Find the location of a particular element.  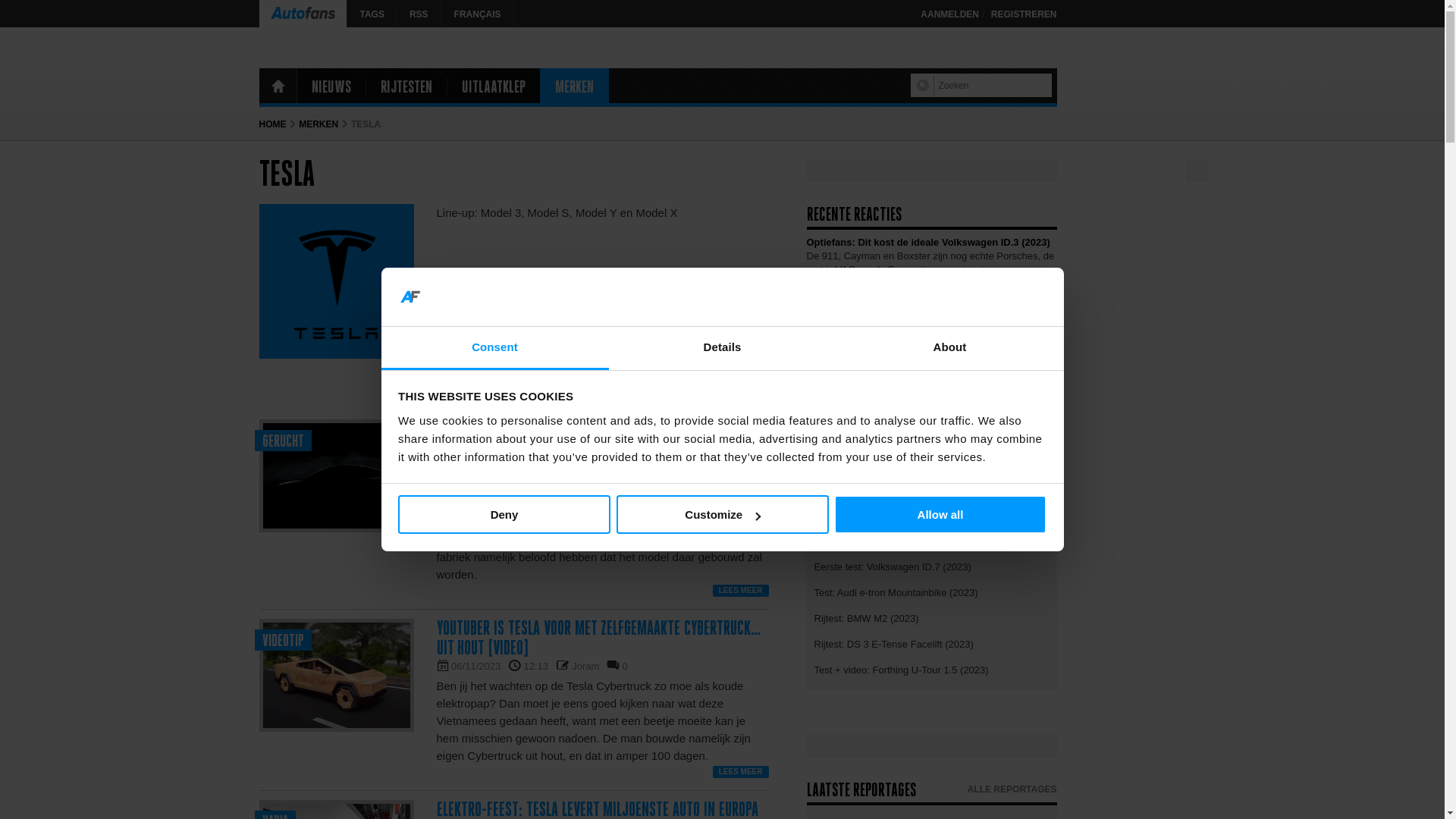

'Eerste test: Volkswagen ID.7 (2023)' is located at coordinates (930, 565).